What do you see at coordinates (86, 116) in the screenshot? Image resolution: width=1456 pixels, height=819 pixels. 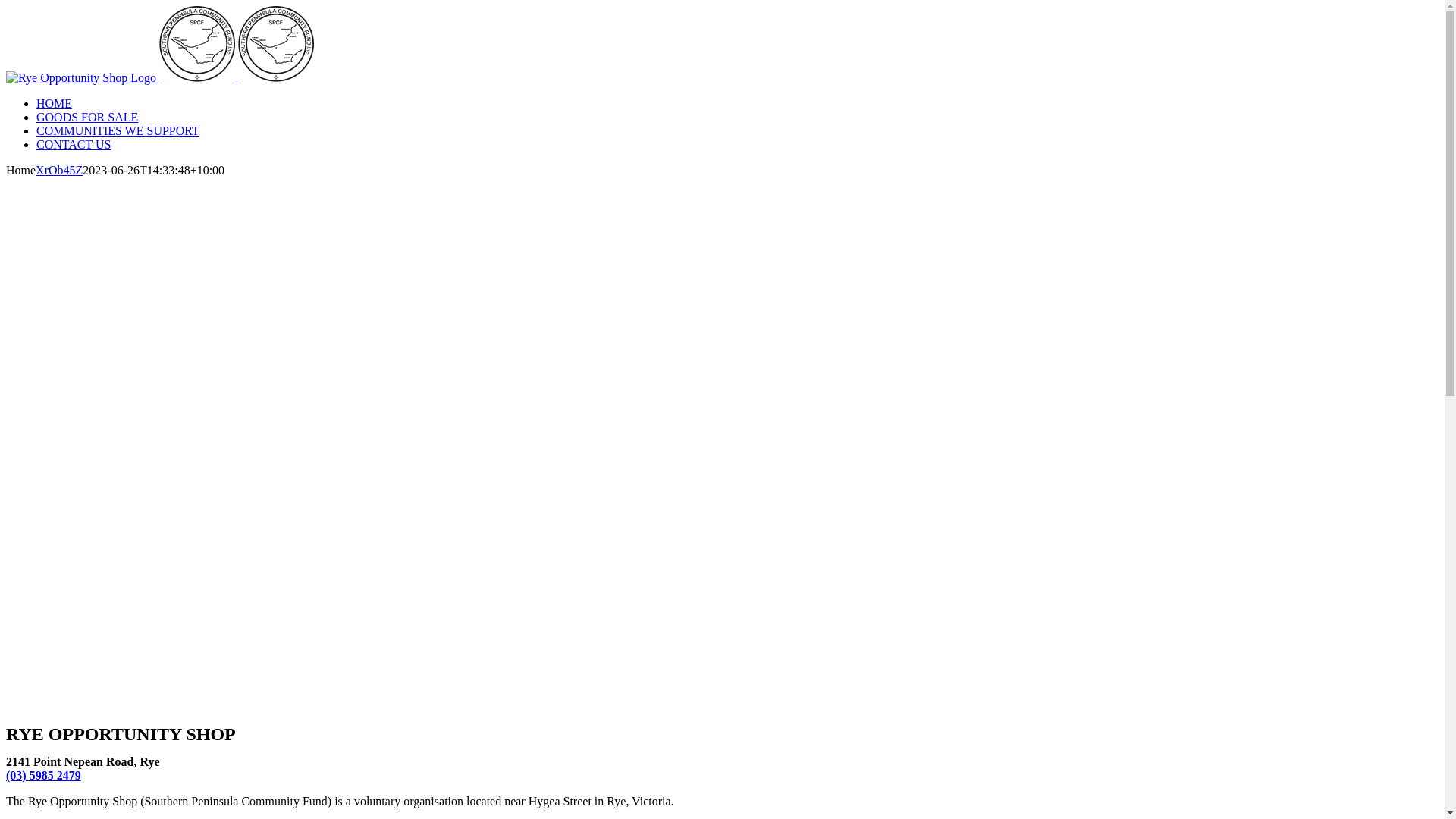 I see `'GOODS FOR SALE'` at bounding box center [86, 116].